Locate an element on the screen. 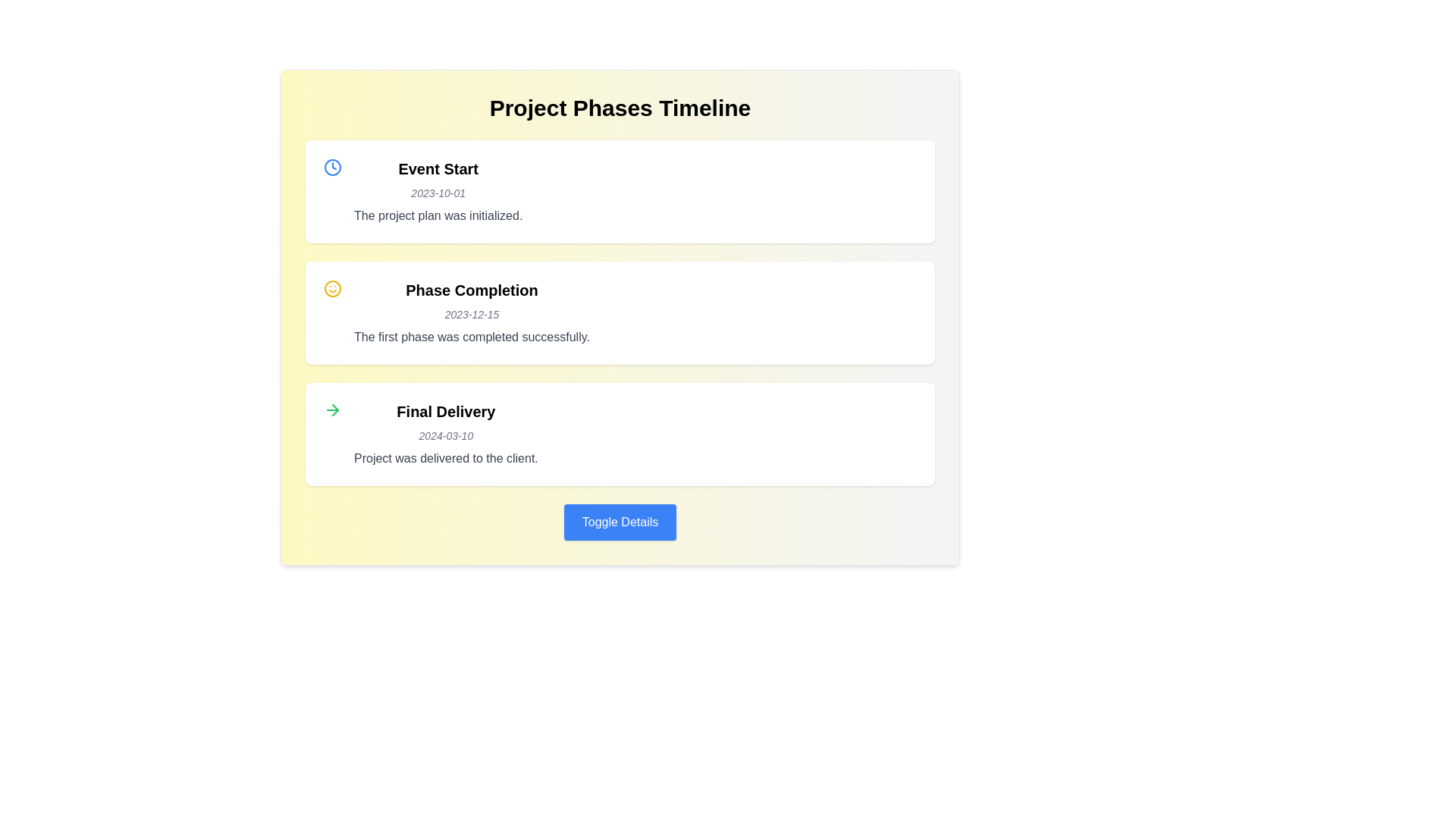  the Text Label displaying the date for the 'Final Delivery' event in the project timeline, which is located in the third event block is located at coordinates (445, 435).